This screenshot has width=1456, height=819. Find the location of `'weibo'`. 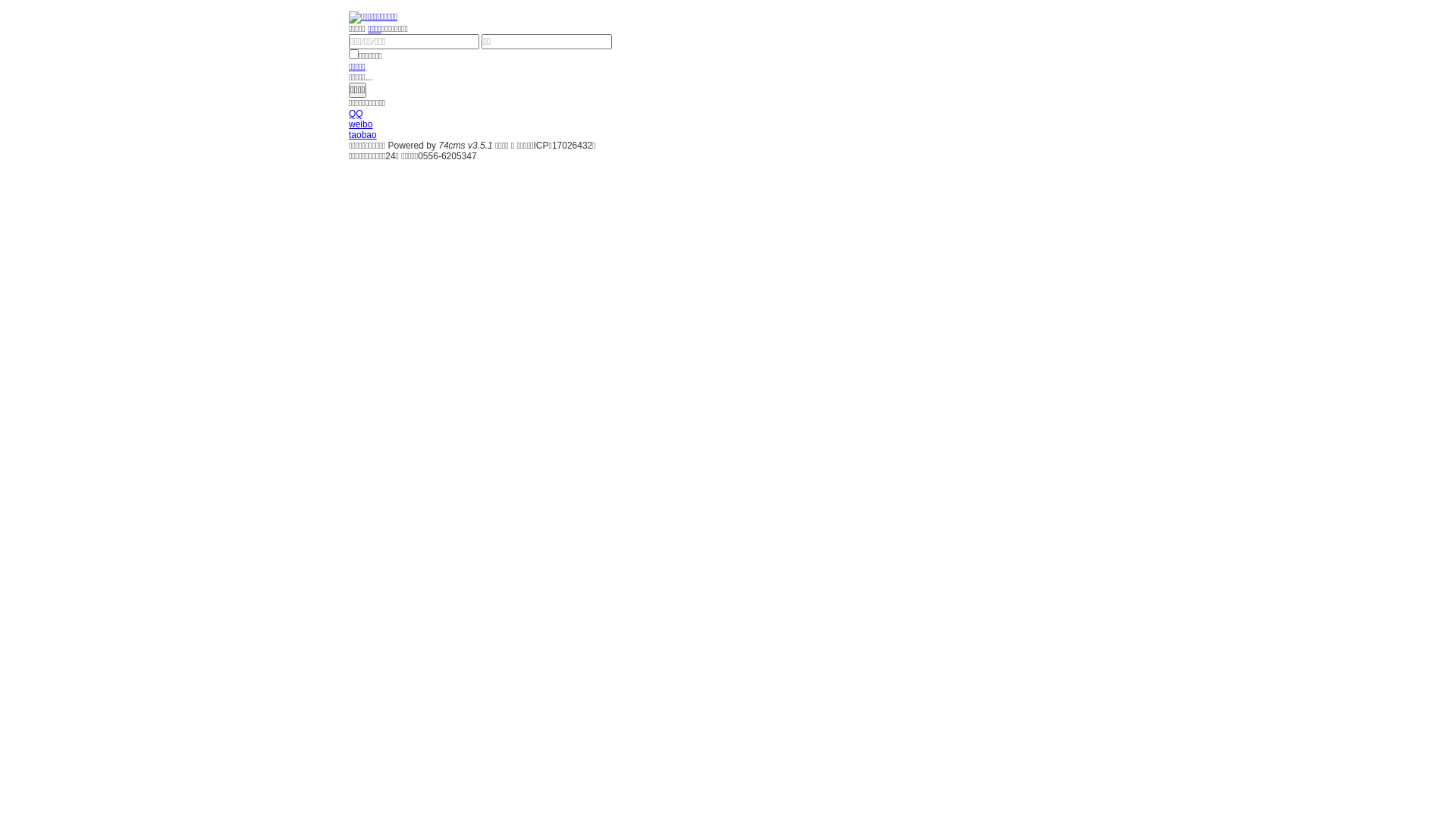

'weibo' is located at coordinates (359, 124).